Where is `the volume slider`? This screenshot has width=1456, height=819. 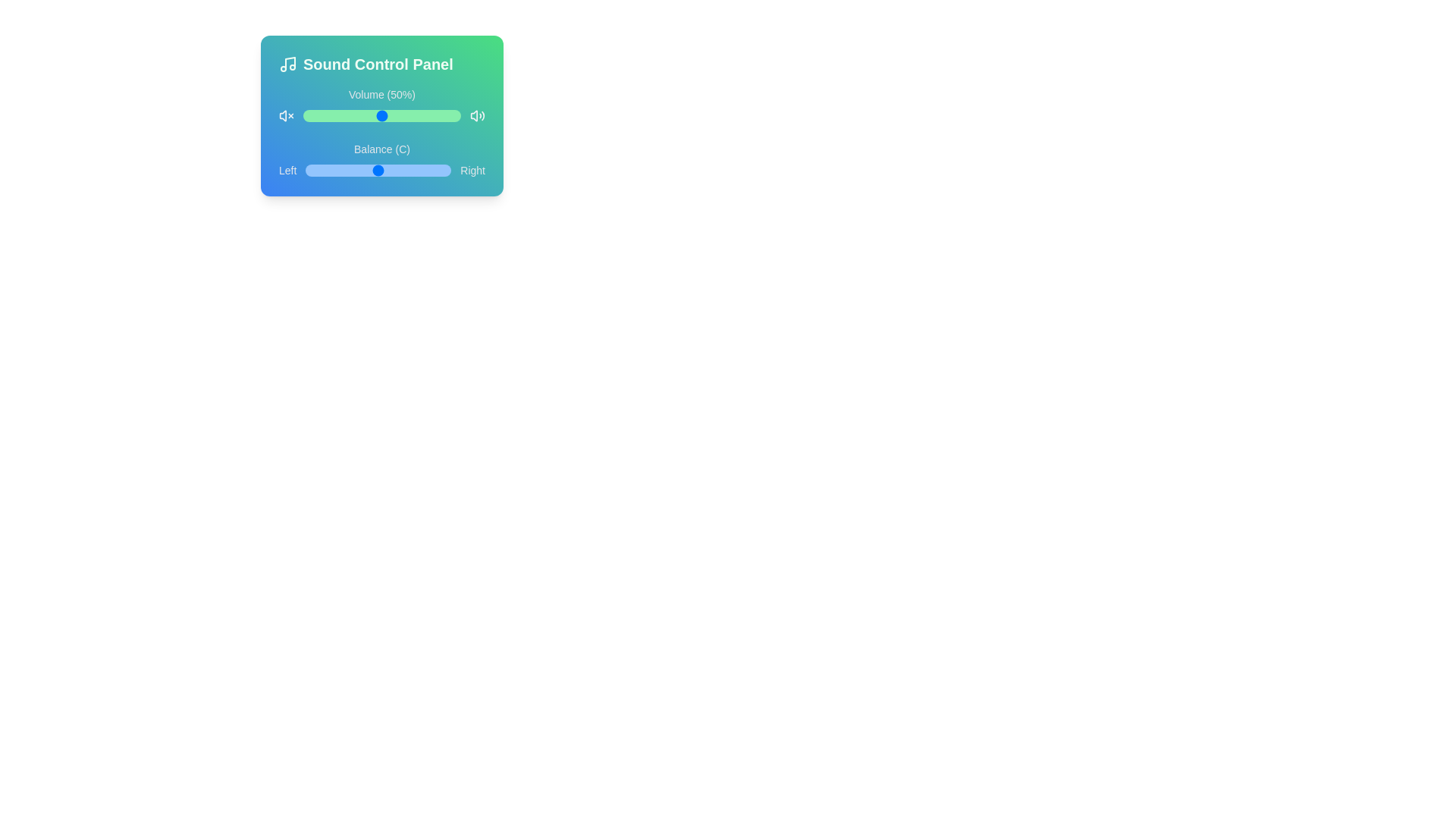 the volume slider is located at coordinates (312, 115).